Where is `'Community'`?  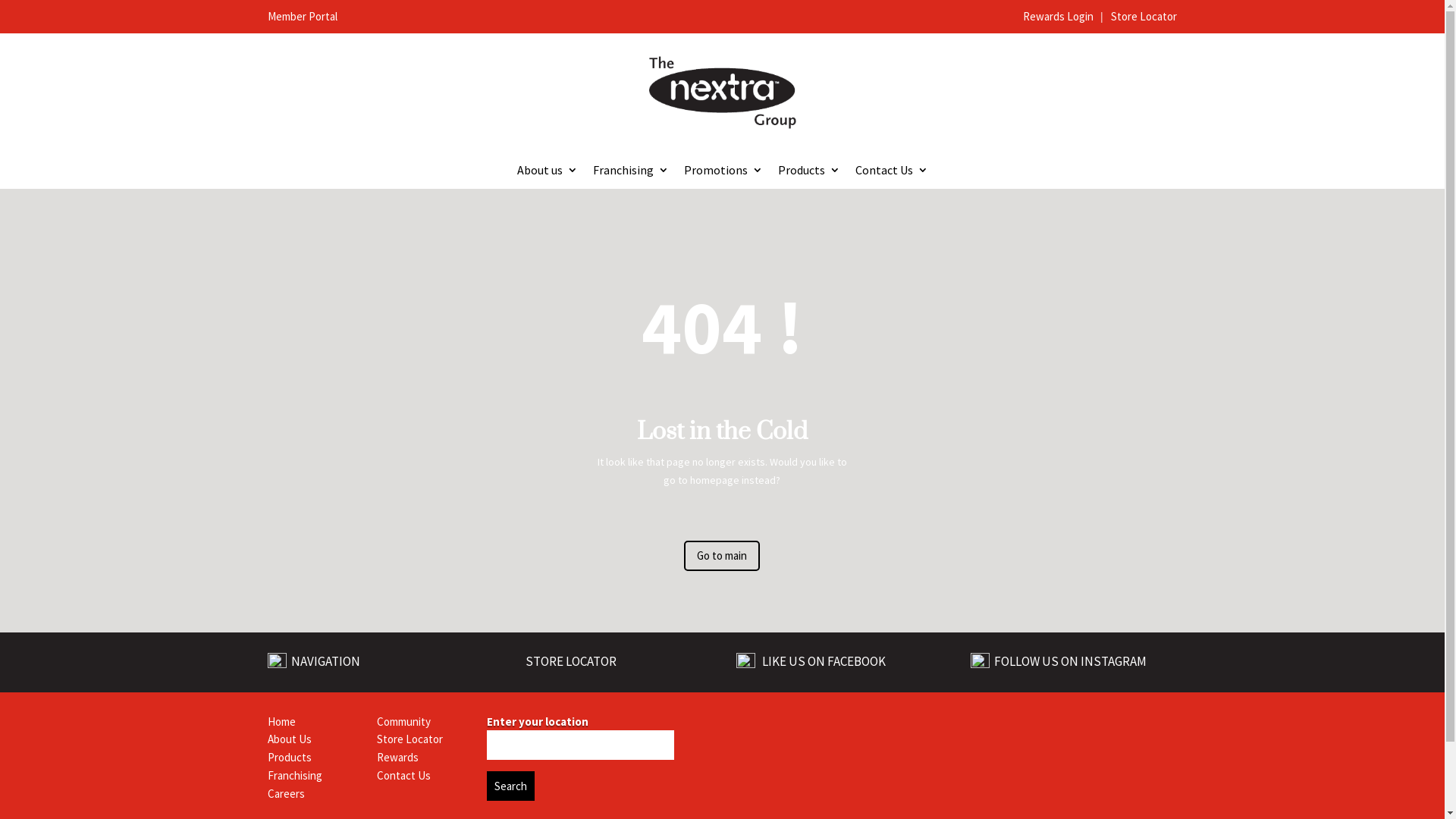
'Community' is located at coordinates (377, 720).